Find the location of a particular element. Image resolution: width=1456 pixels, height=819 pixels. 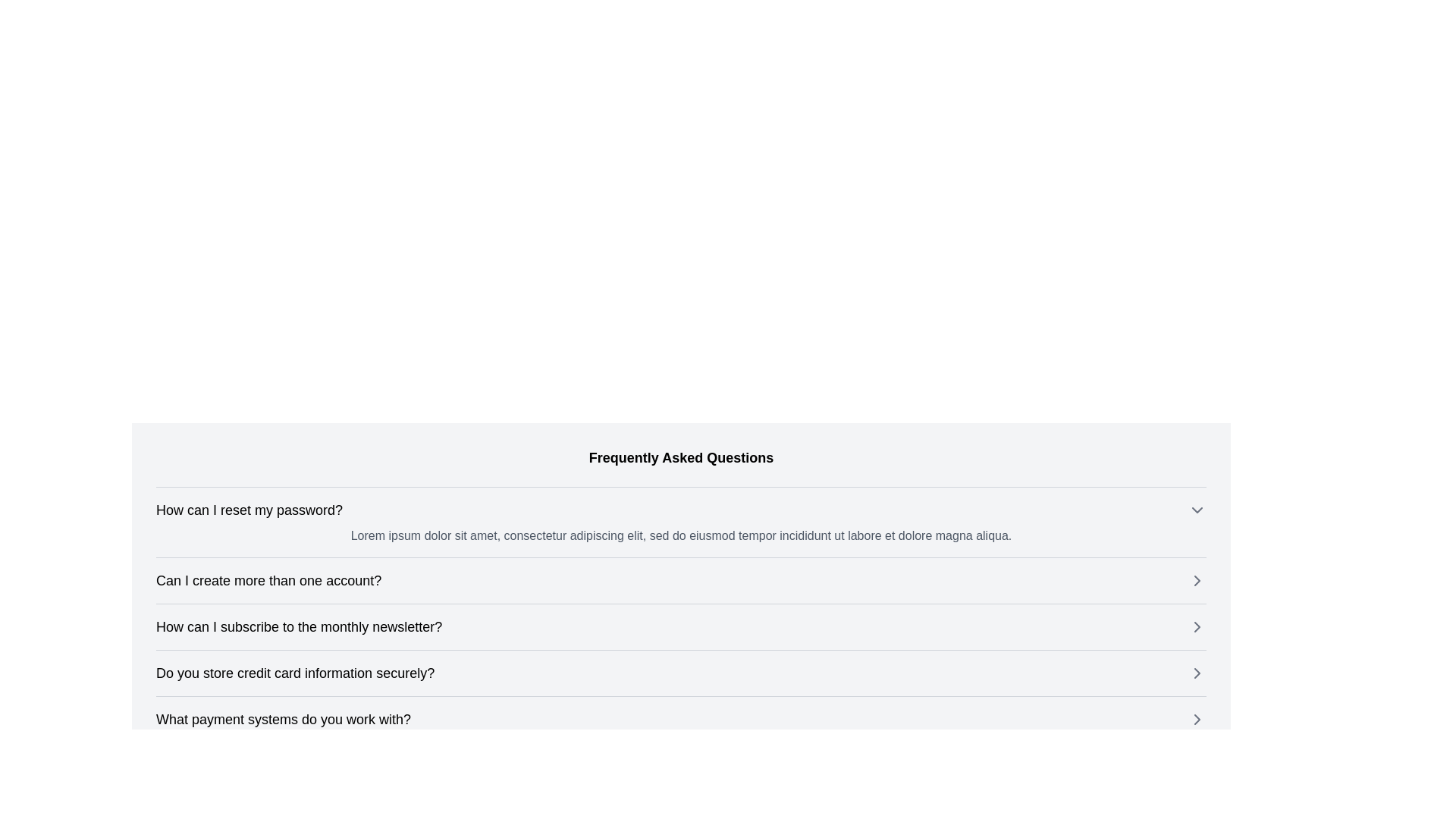

the text label that states 'How can I subscribe to the monthly newsletter?' which is prominently displayed in bold and aligned to the left in the third row of frequently asked questions is located at coordinates (299, 626).